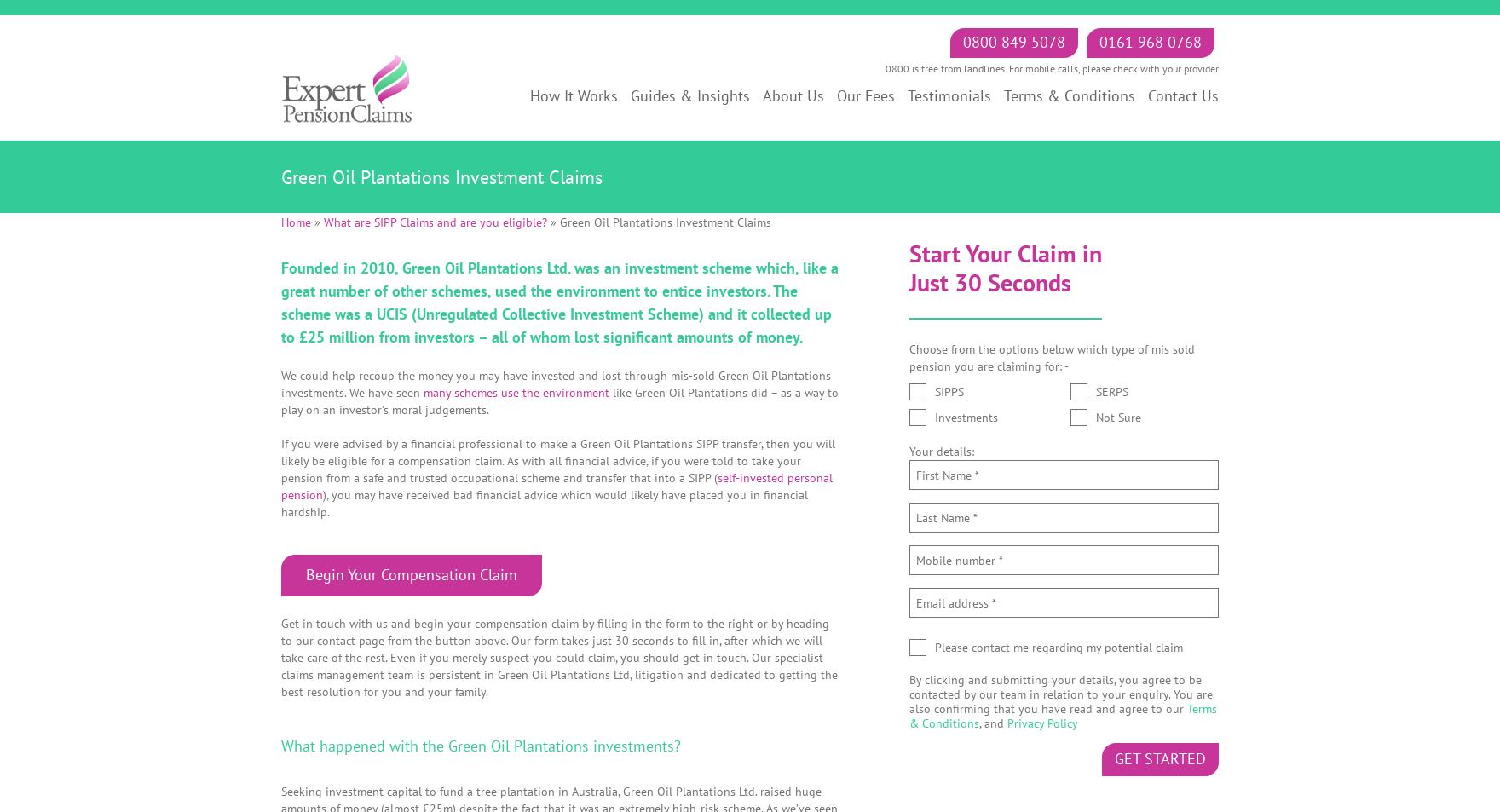 The width and height of the screenshot is (1500, 812). Describe the element at coordinates (556, 383) in the screenshot. I see `'mis-sold Green Oil Plantations investments'` at that location.